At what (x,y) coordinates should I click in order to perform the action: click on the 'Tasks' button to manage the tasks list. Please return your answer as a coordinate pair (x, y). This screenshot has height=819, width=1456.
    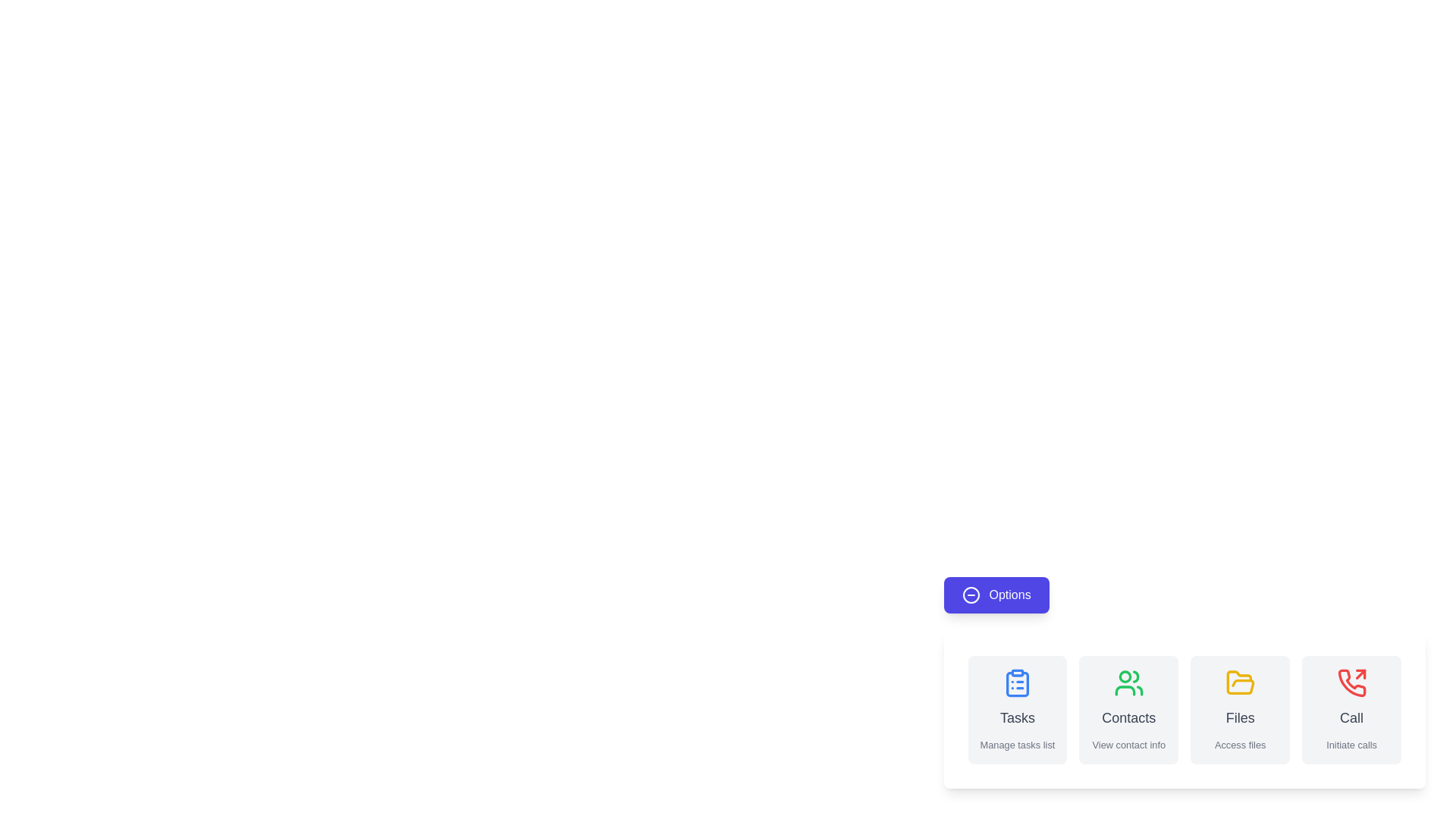
    Looking at the image, I should click on (1017, 710).